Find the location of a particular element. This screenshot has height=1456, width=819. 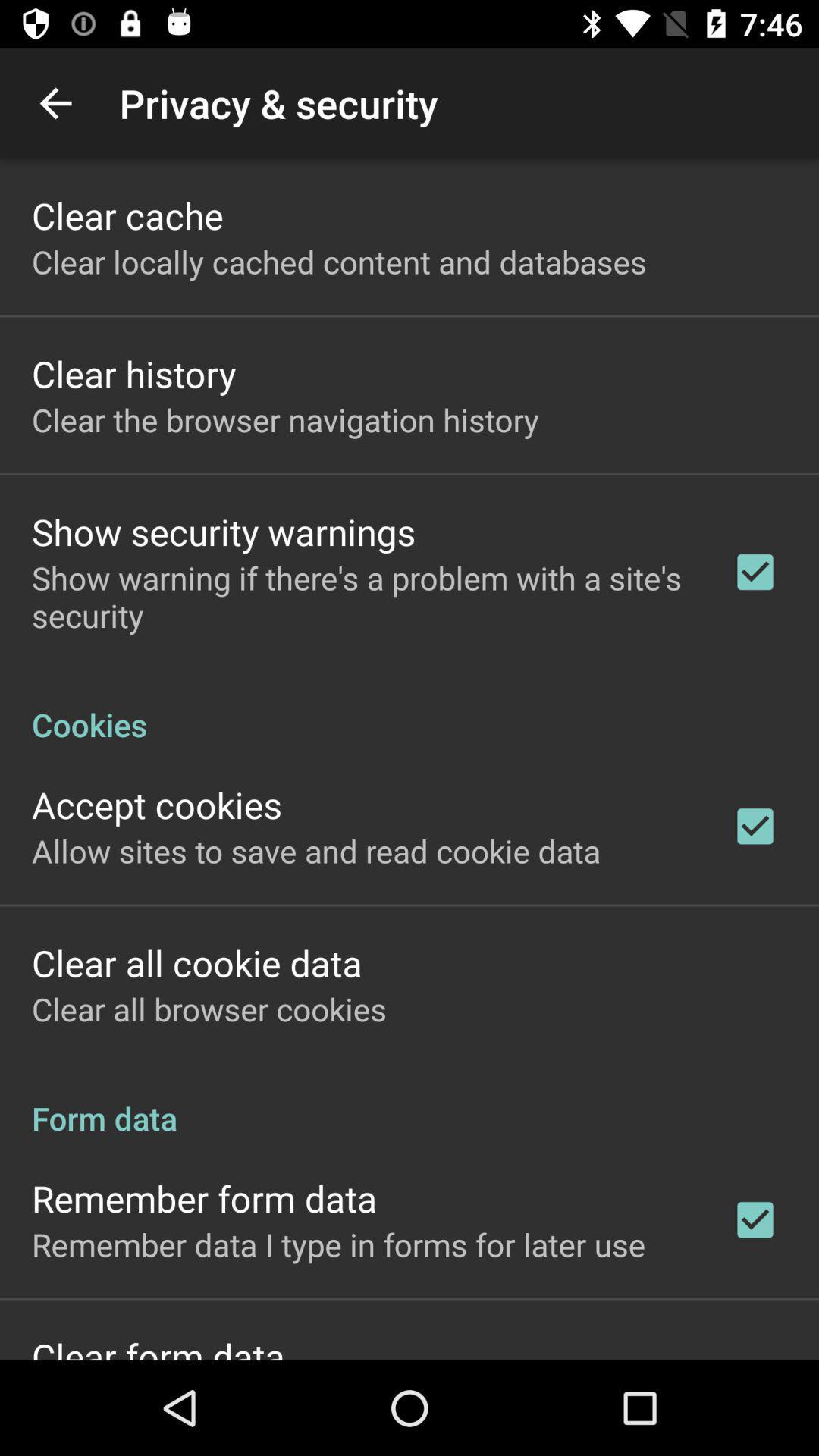

item above the allow sites to app is located at coordinates (157, 804).